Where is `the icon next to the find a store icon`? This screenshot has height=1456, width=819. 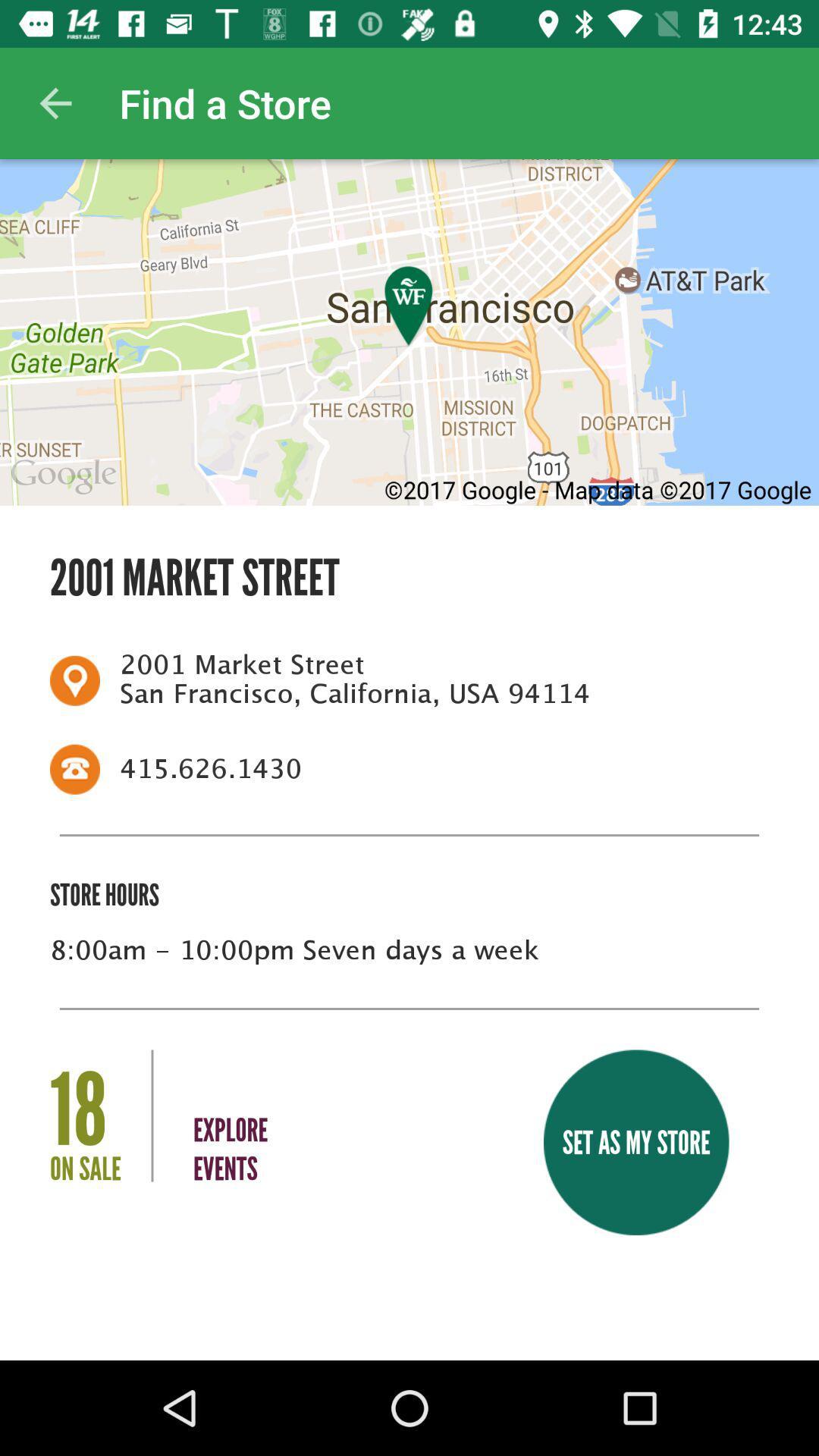 the icon next to the find a store icon is located at coordinates (55, 102).